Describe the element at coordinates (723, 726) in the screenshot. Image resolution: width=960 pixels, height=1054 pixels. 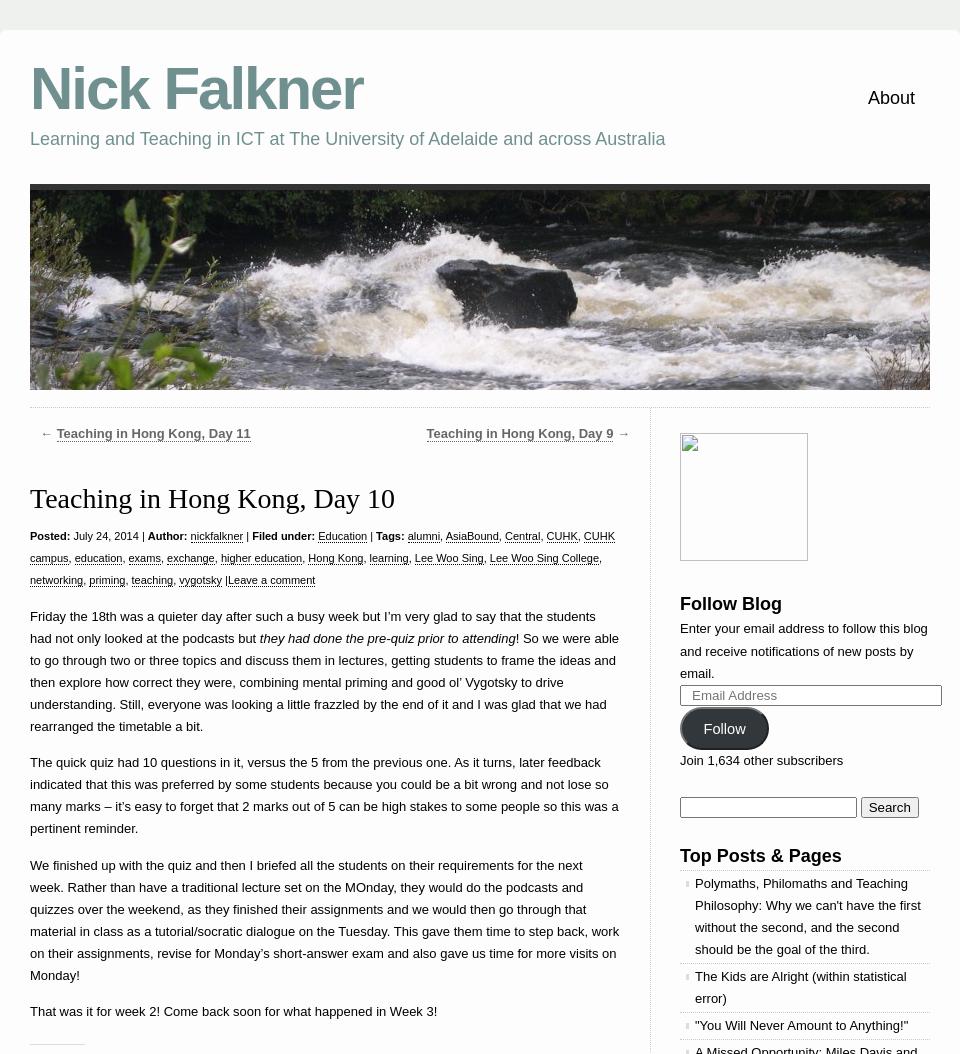
I see `'Follow'` at that location.